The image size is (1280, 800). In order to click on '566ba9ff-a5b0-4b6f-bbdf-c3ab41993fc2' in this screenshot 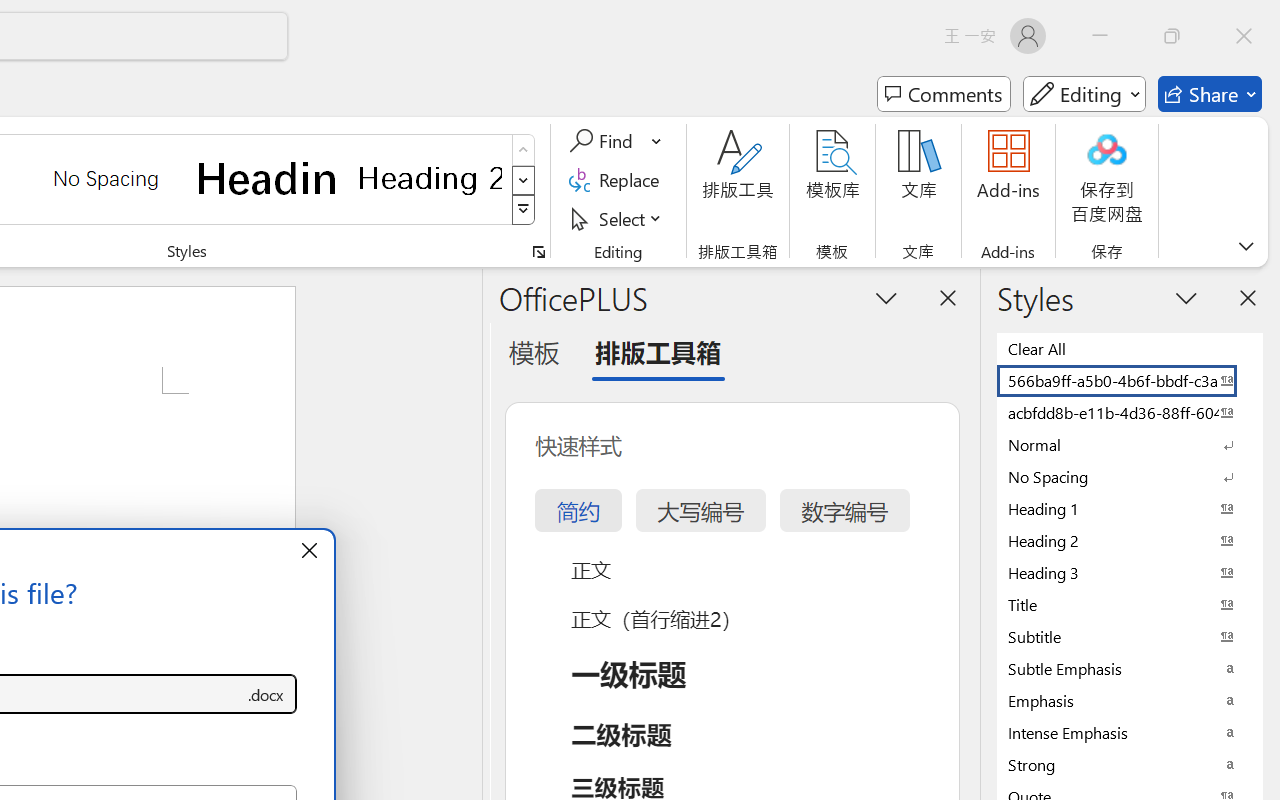, I will do `click(1130, 379)`.